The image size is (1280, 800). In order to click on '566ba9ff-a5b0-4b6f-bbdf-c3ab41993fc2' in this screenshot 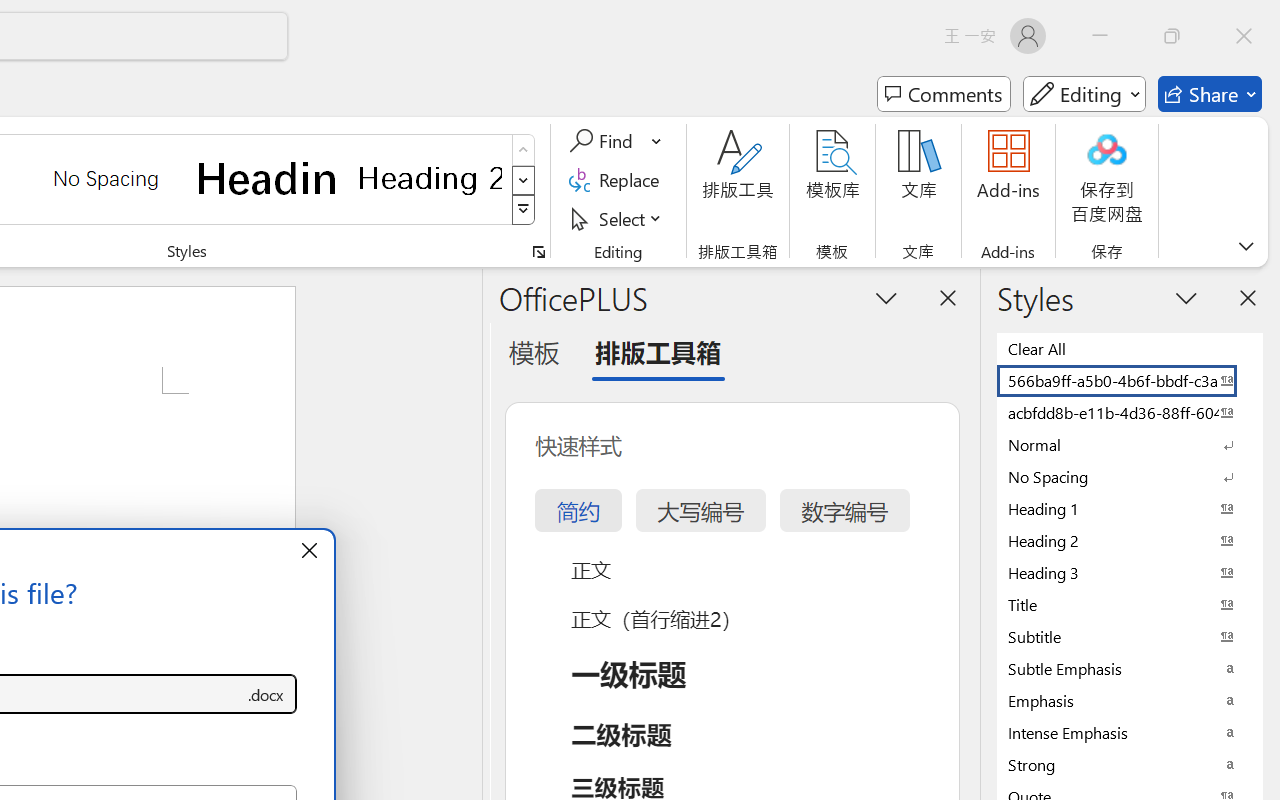, I will do `click(1130, 379)`.